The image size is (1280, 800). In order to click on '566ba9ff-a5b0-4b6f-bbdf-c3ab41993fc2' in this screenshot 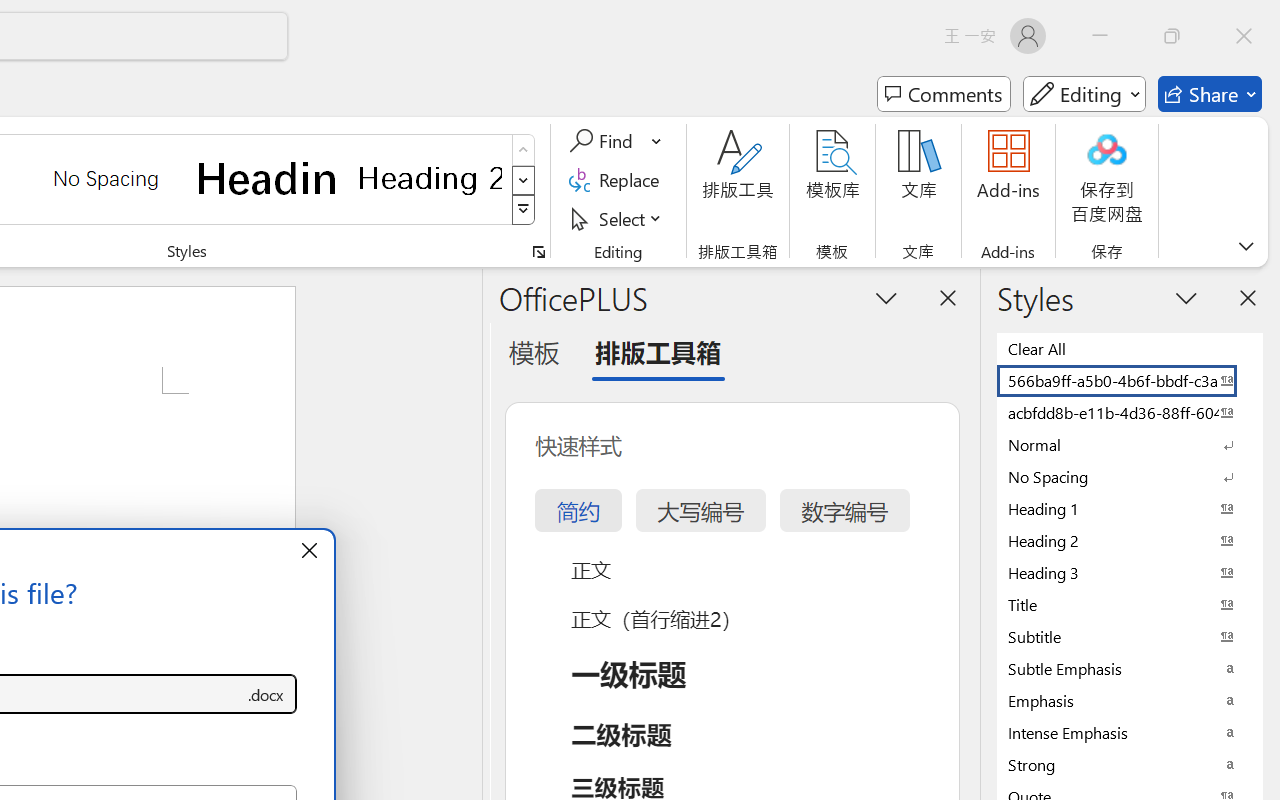, I will do `click(1130, 379)`.